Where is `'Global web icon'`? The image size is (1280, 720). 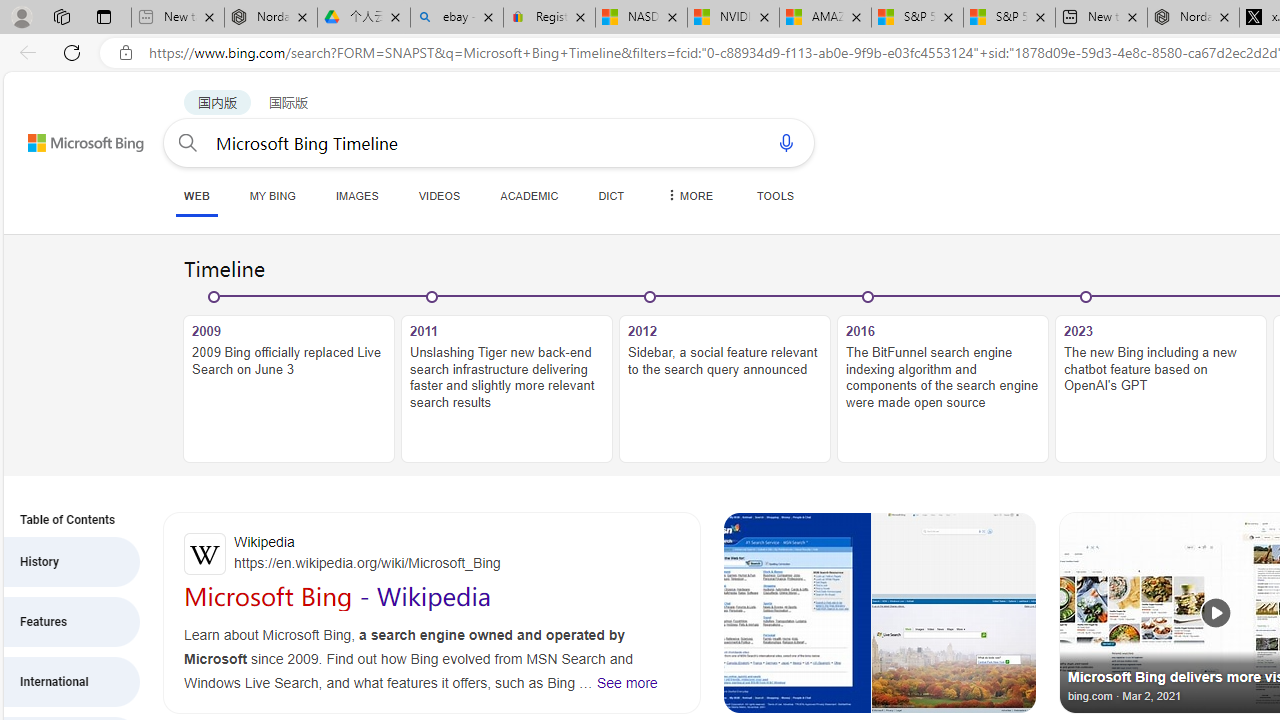
'Global web icon' is located at coordinates (205, 554).